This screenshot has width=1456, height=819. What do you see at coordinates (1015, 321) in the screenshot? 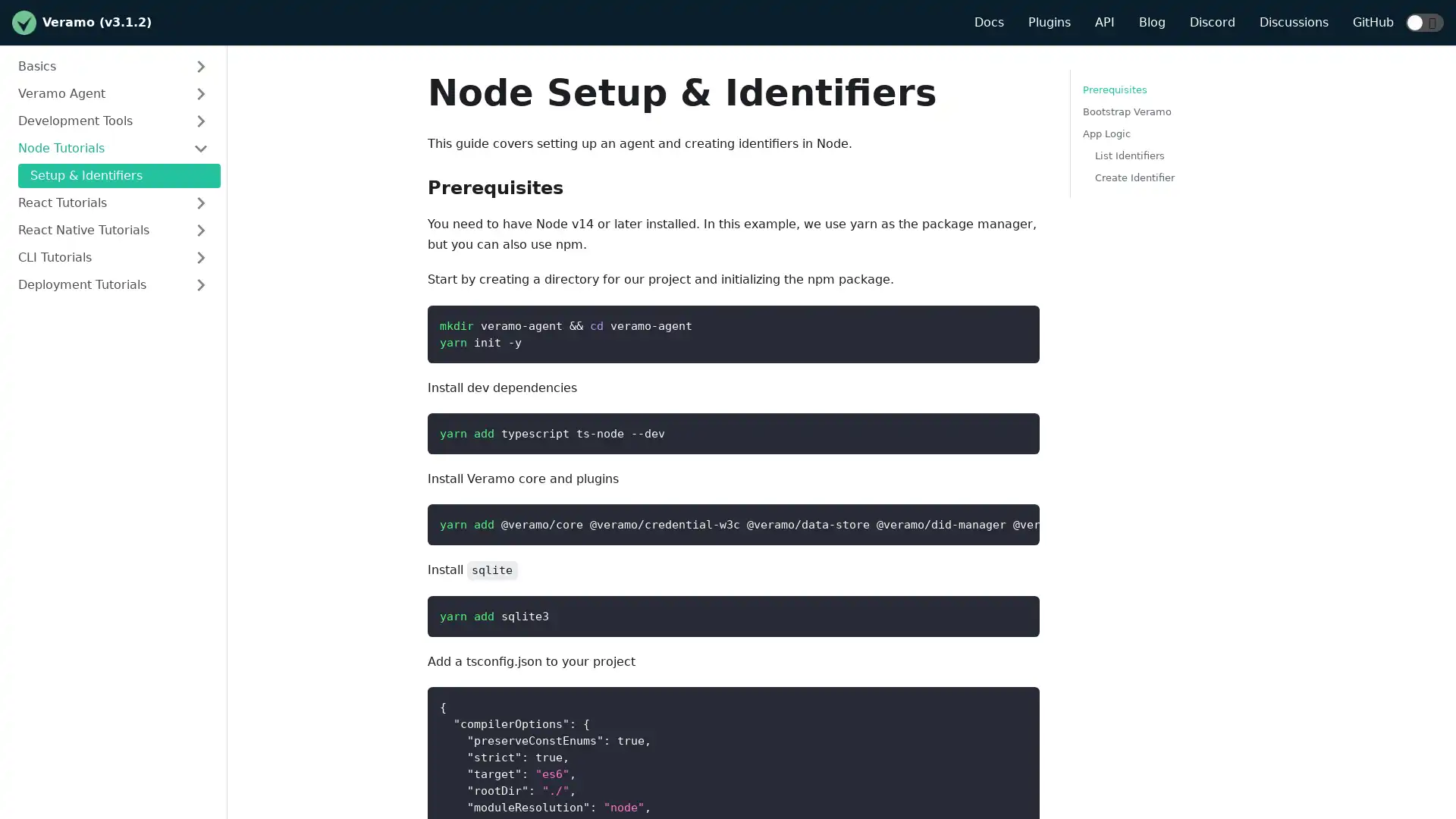
I see `Copy code to clipboard` at bounding box center [1015, 321].